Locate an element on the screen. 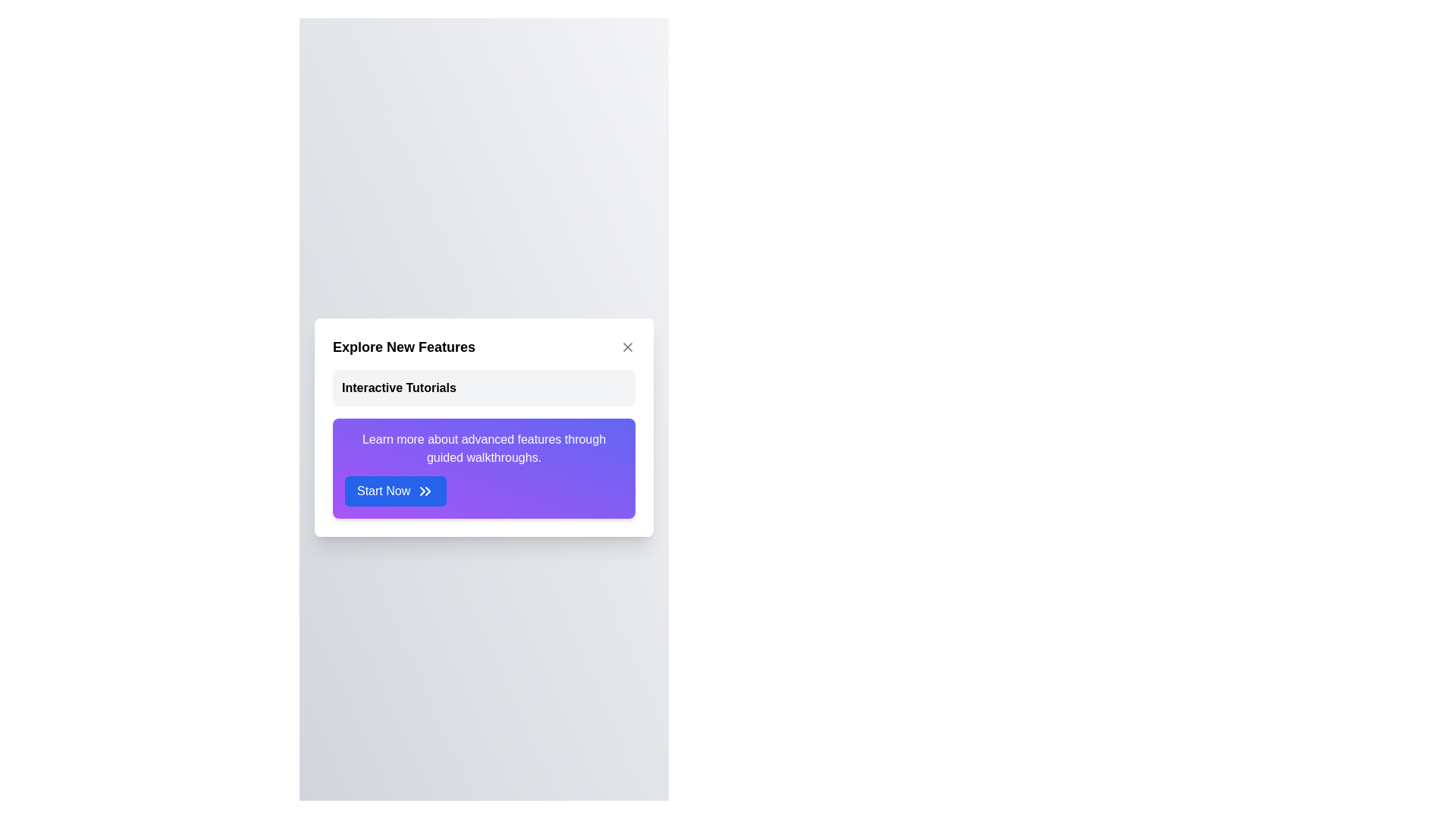 Image resolution: width=1456 pixels, height=819 pixels. the second chevron icon located at the bottom right corner of the 'Start Now' button in the purple panel, which indicates progression or navigation is located at coordinates (427, 491).